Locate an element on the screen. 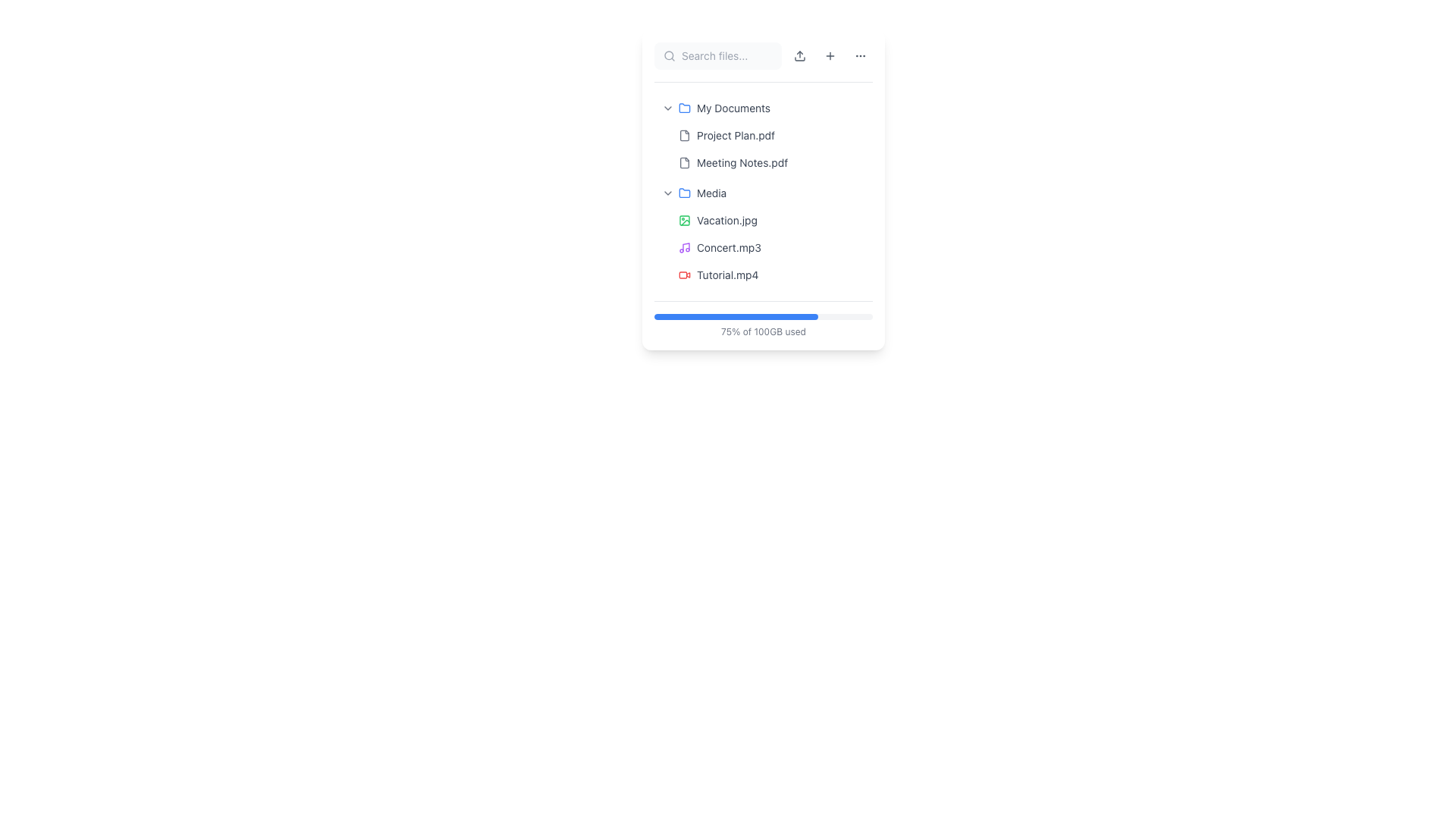 The height and width of the screenshot is (819, 1456). the search field associated with the graphical circle of the search icon located at the left side of the user interface is located at coordinates (668, 55).